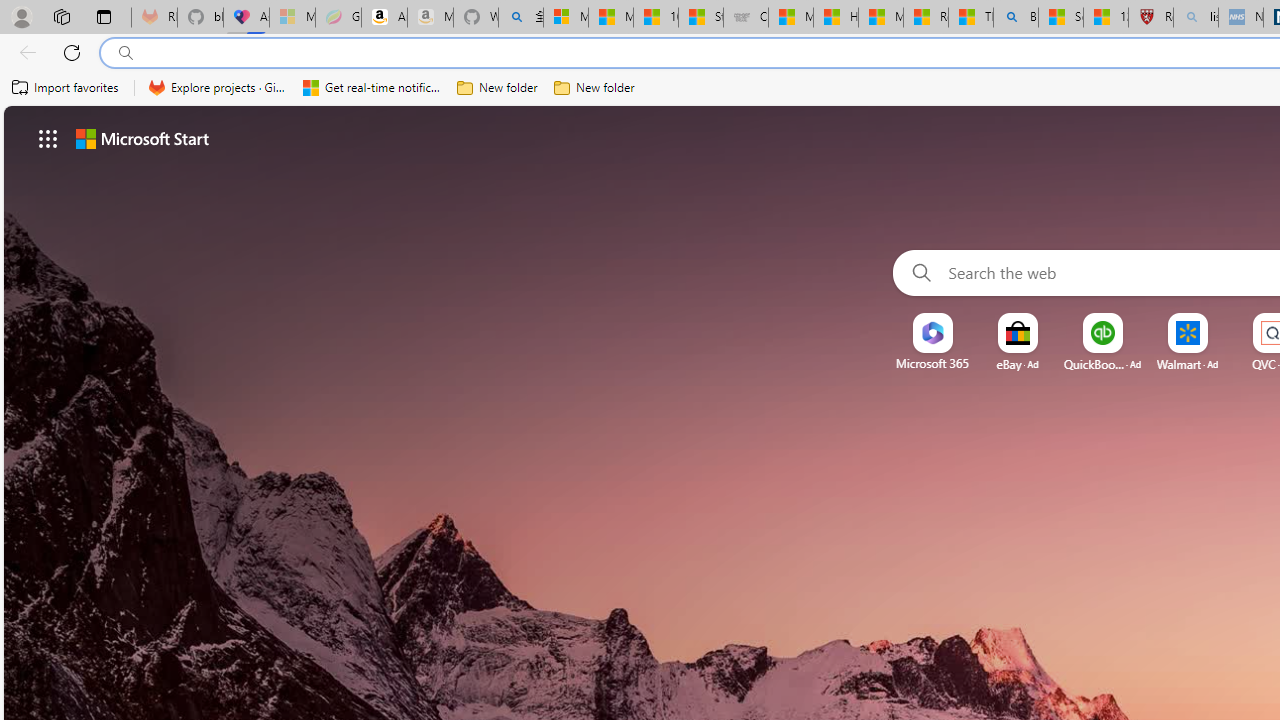 Image resolution: width=1280 pixels, height=720 pixels. I want to click on 'Bing', so click(1016, 17).